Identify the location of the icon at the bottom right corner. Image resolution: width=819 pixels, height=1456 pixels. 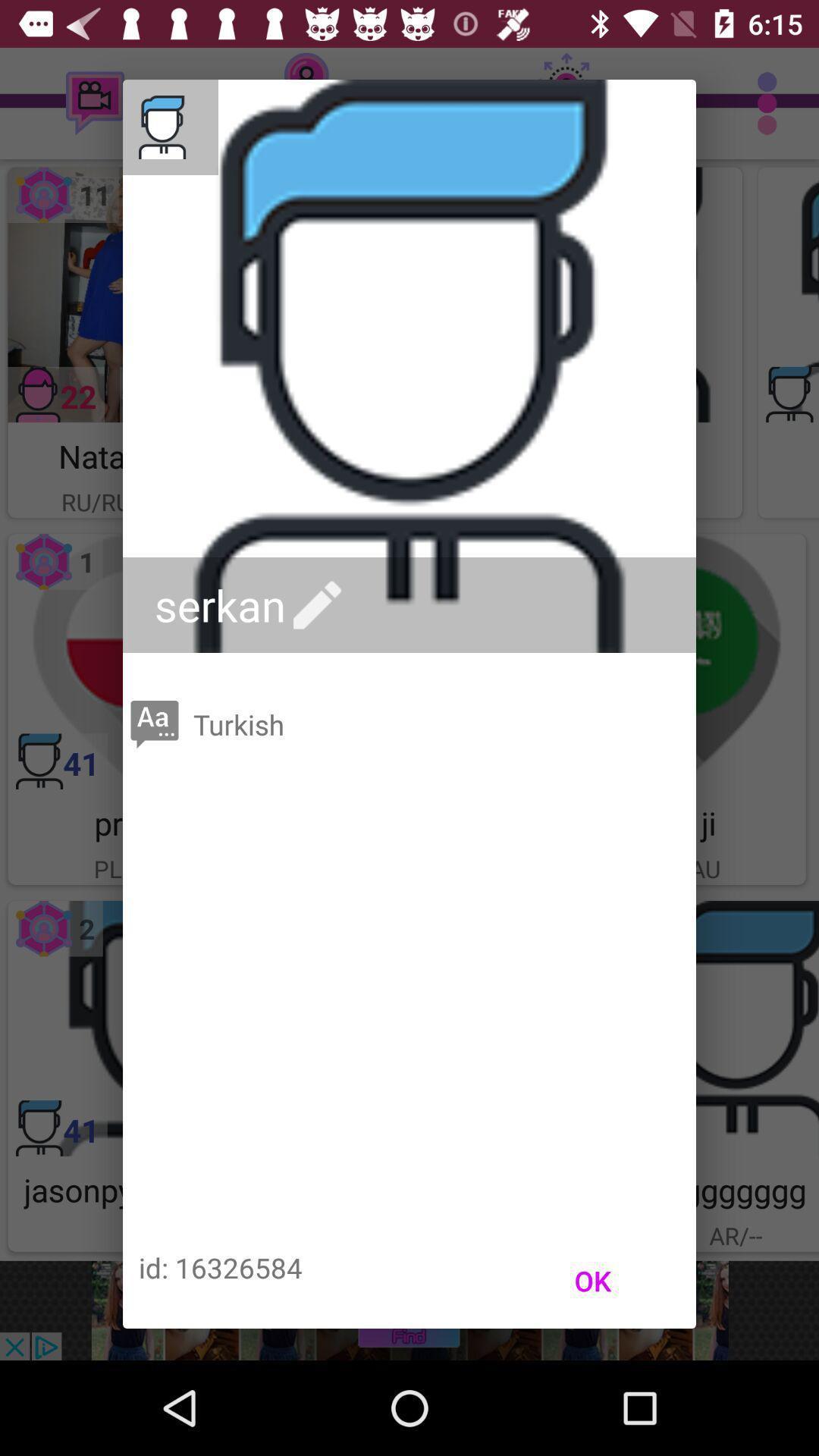
(591, 1280).